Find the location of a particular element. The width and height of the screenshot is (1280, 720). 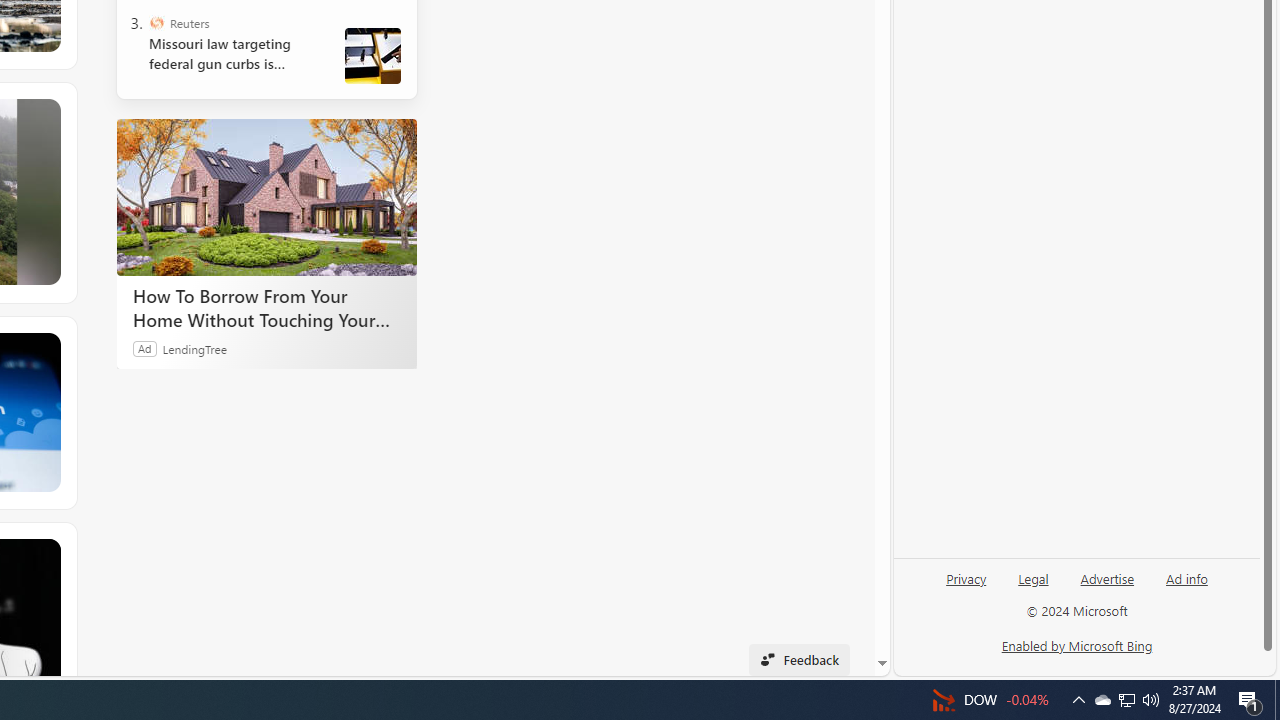

'Privacy' is located at coordinates (966, 577).